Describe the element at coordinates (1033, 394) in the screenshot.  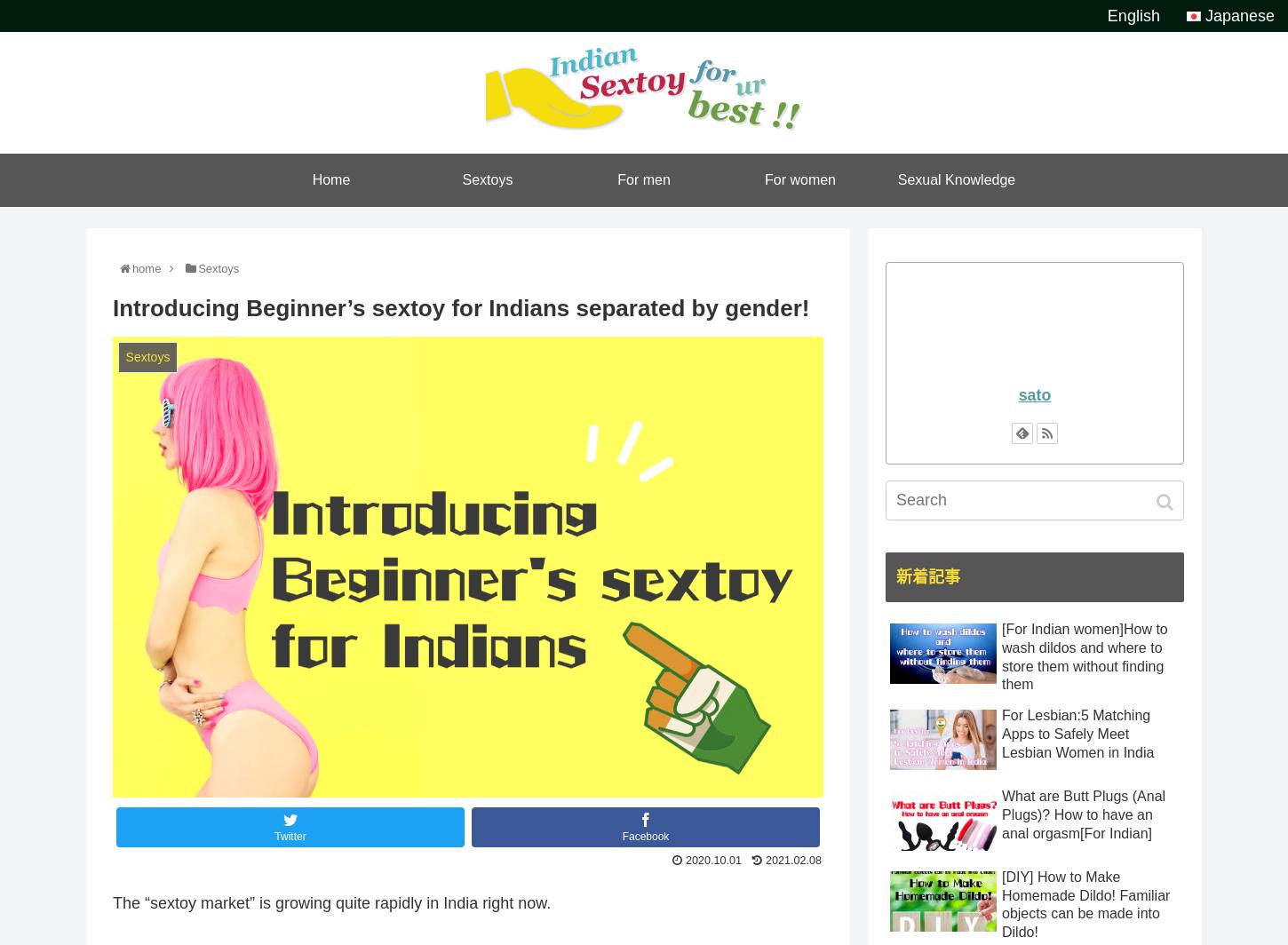
I see `'sato'` at that location.